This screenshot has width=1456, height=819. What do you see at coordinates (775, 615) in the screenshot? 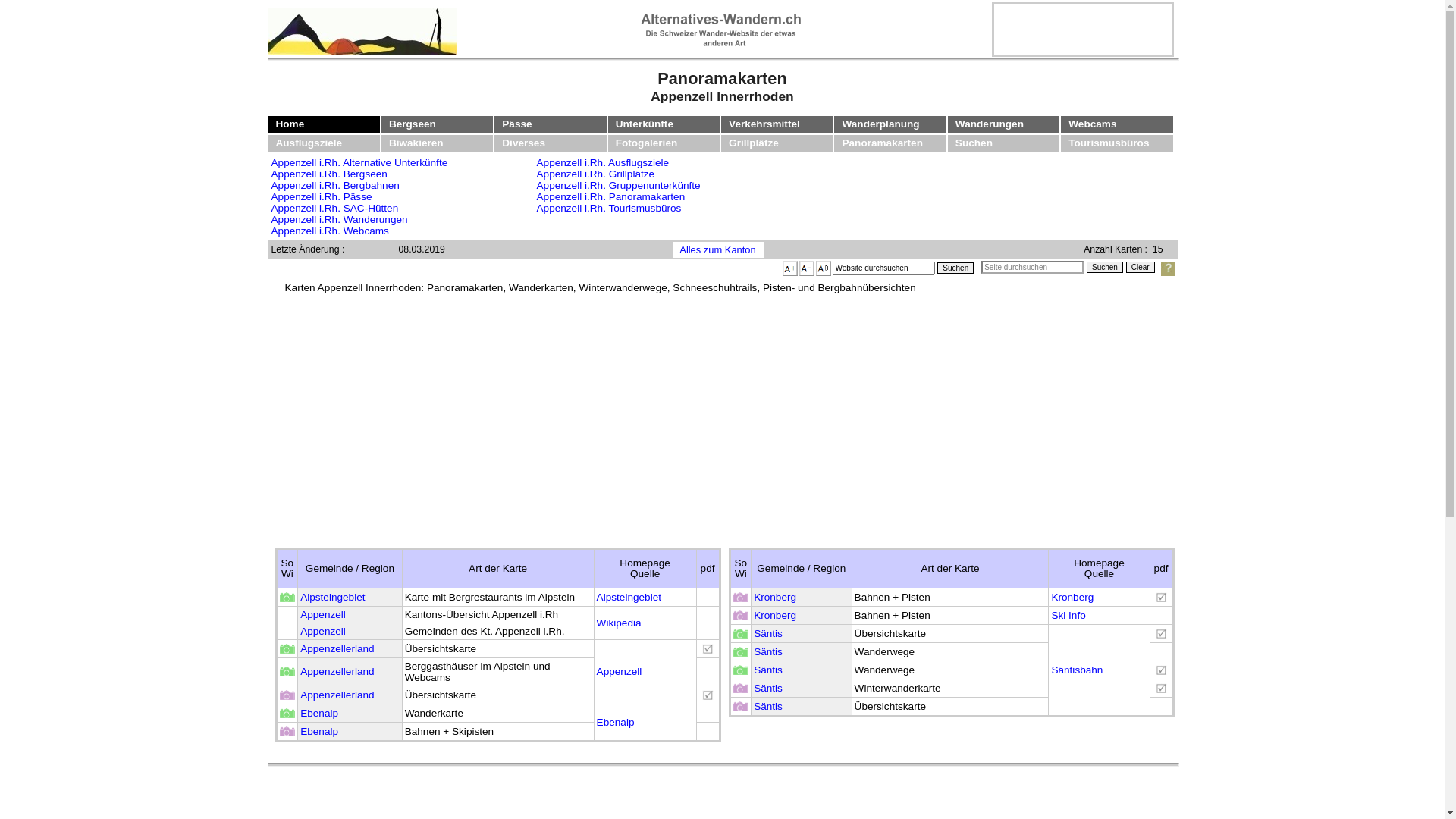
I see `'Kronberg'` at bounding box center [775, 615].